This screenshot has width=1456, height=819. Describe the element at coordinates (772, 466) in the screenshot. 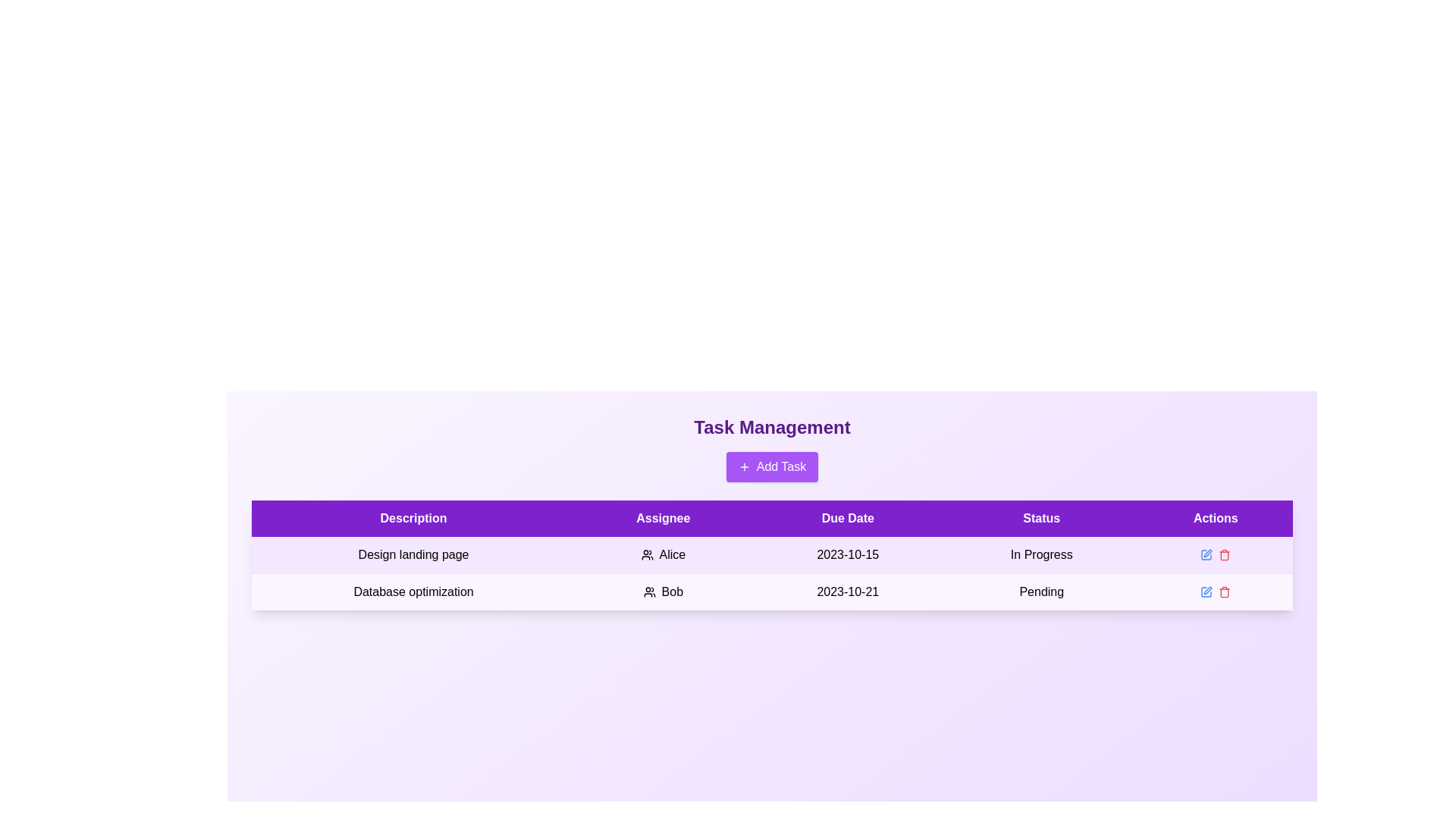

I see `the task creation button located below the 'Task Management' heading` at that location.